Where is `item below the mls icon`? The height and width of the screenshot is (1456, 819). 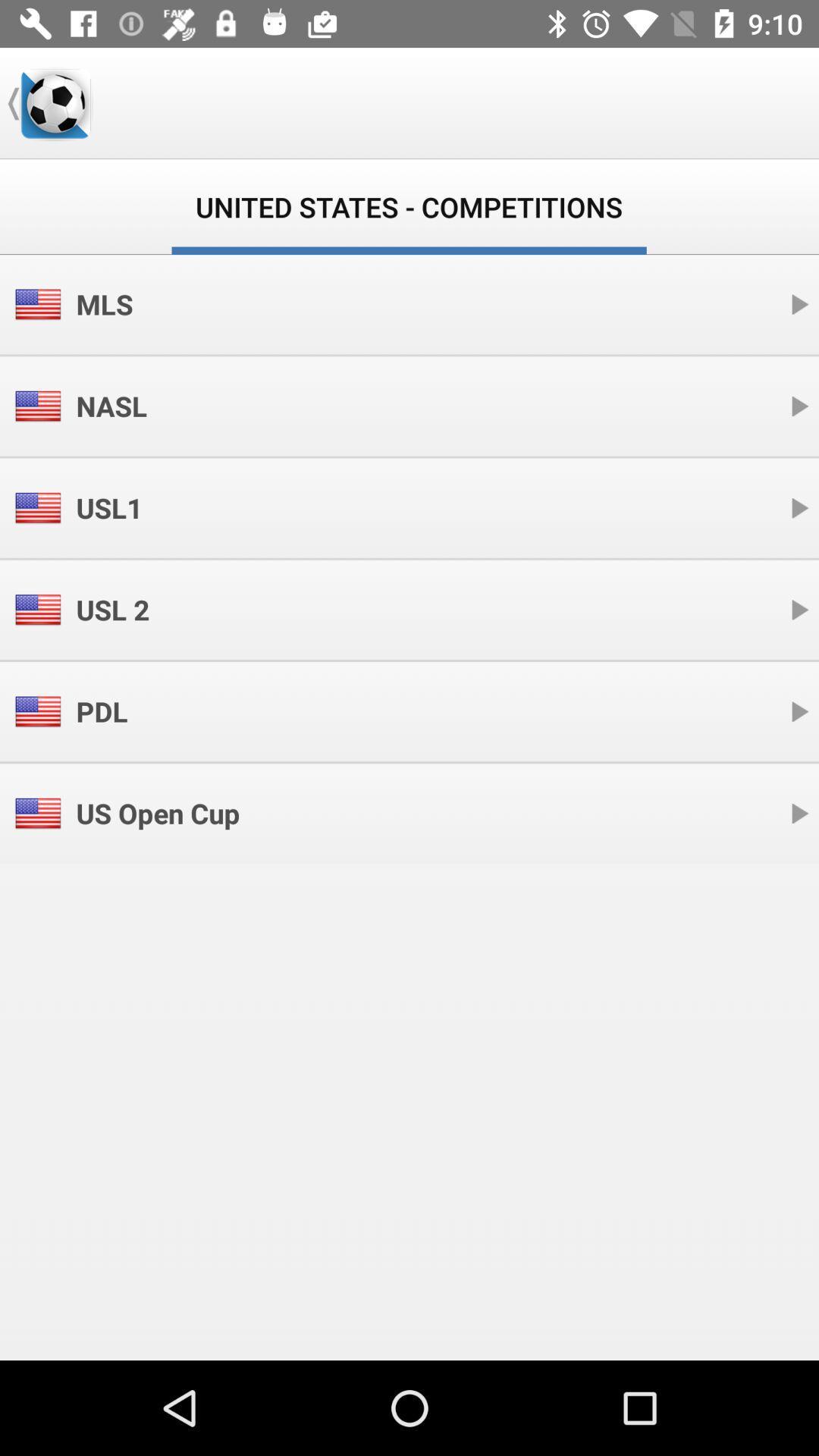
item below the mls icon is located at coordinates (111, 406).